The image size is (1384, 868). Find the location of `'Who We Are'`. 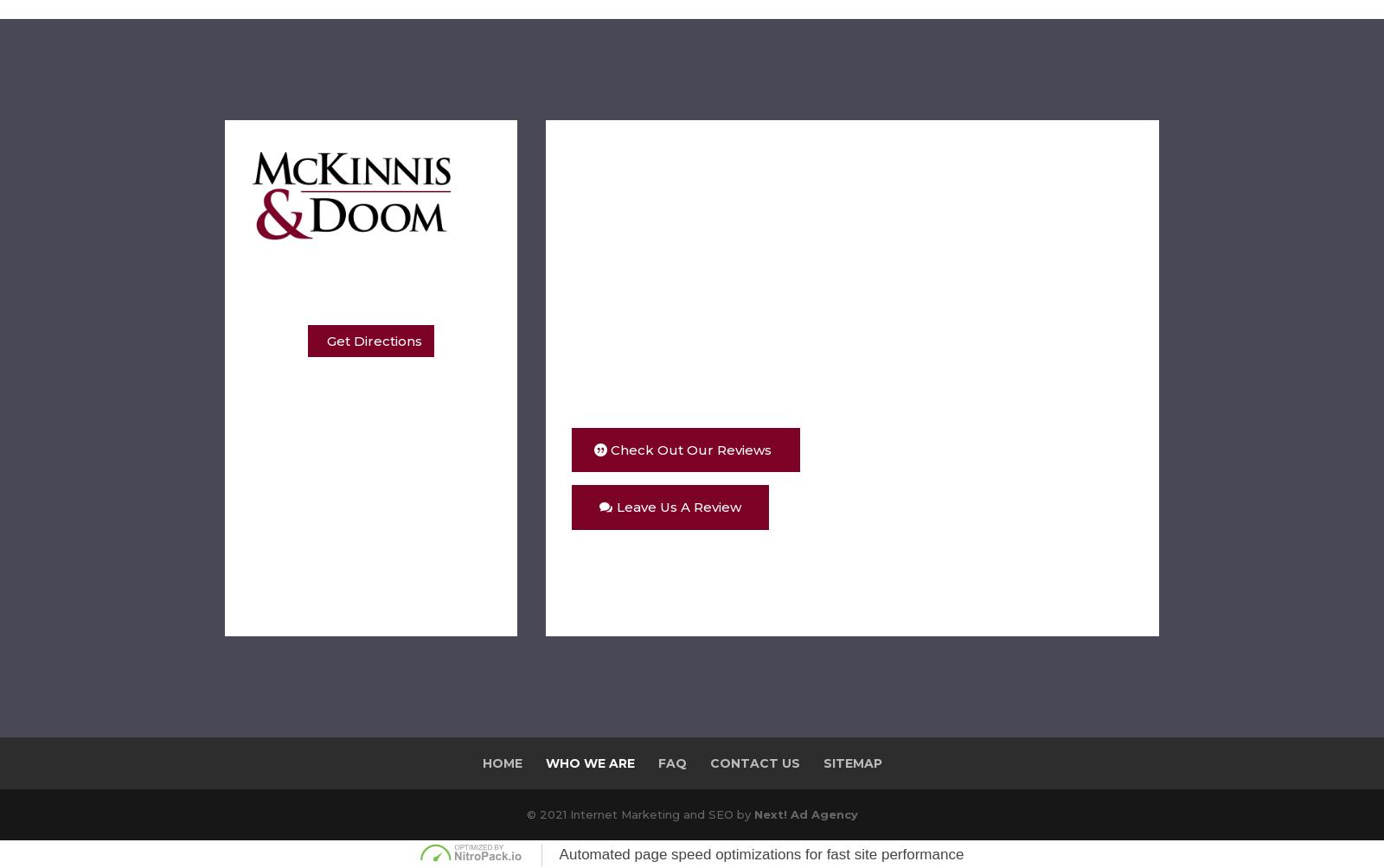

'Who We Are' is located at coordinates (590, 763).